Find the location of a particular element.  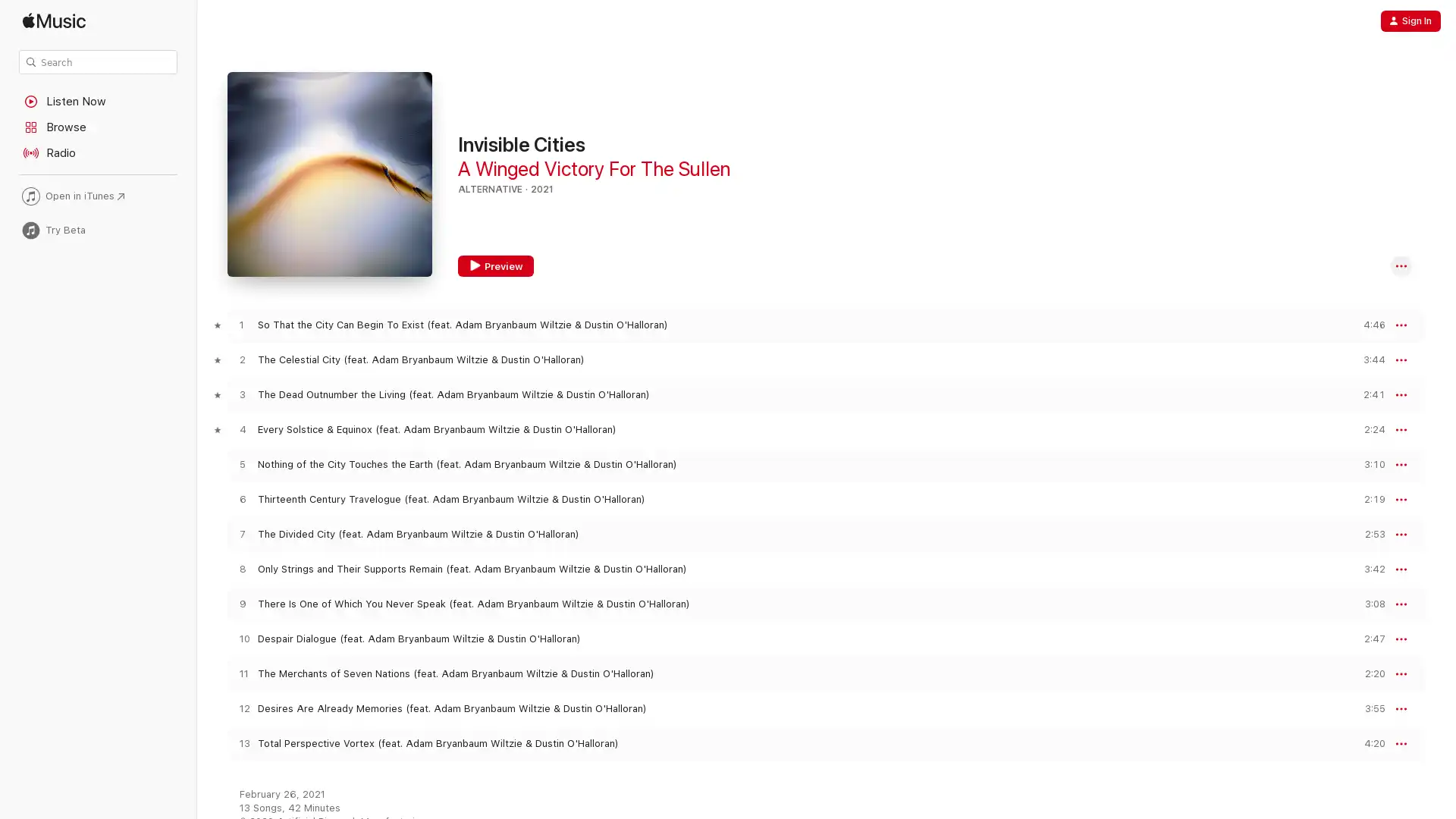

More is located at coordinates (1401, 742).